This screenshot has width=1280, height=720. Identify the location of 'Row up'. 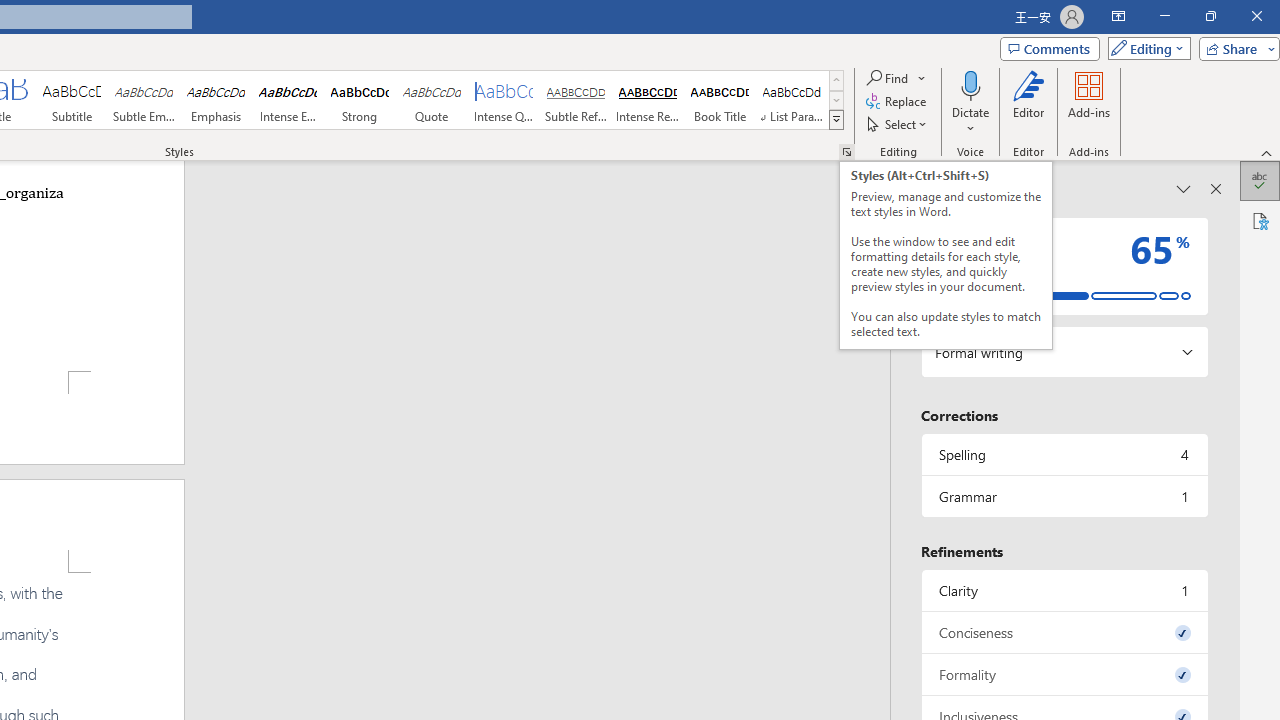
(836, 79).